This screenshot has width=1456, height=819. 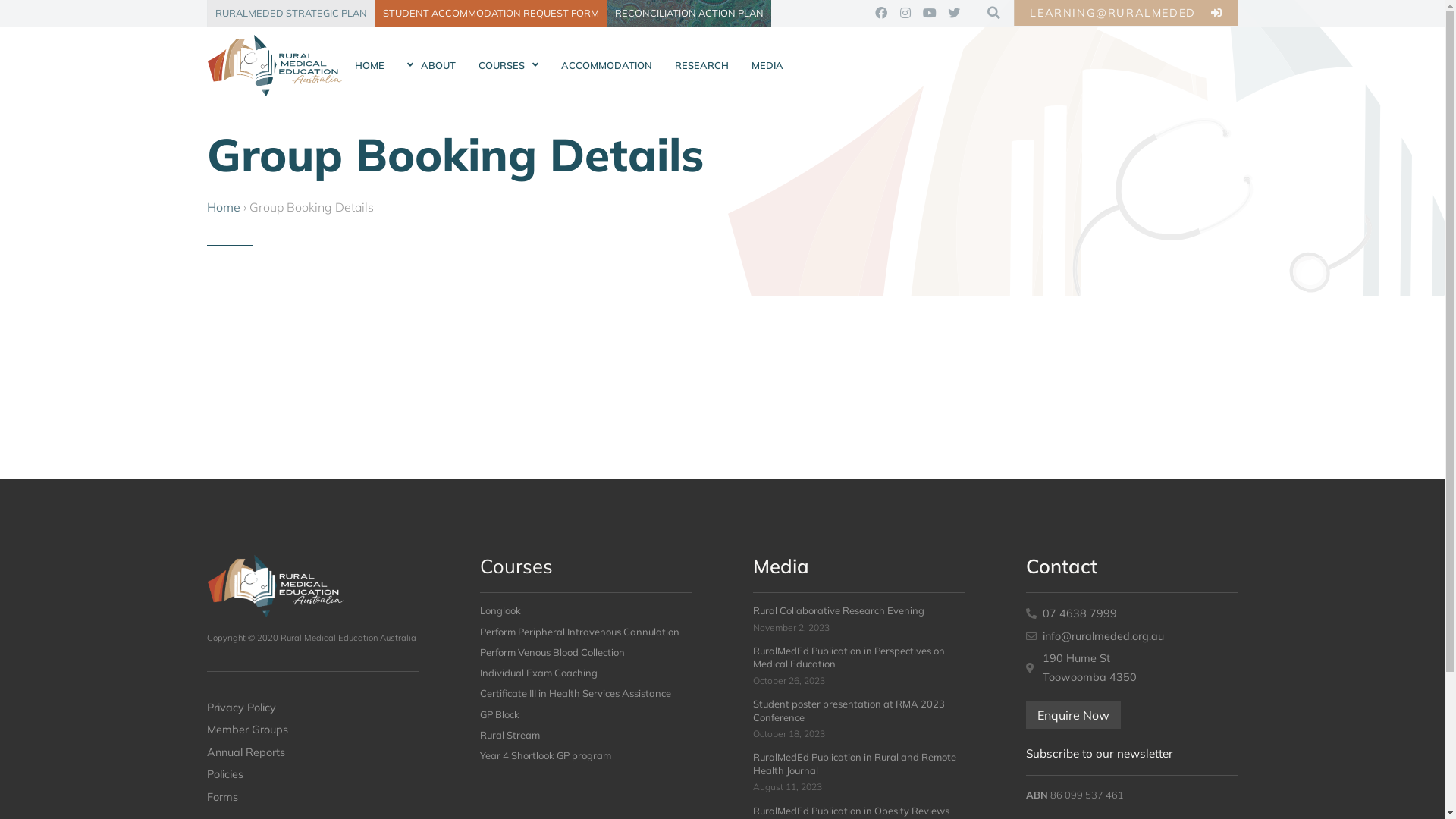 I want to click on 'ABOUT', so click(x=396, y=65).